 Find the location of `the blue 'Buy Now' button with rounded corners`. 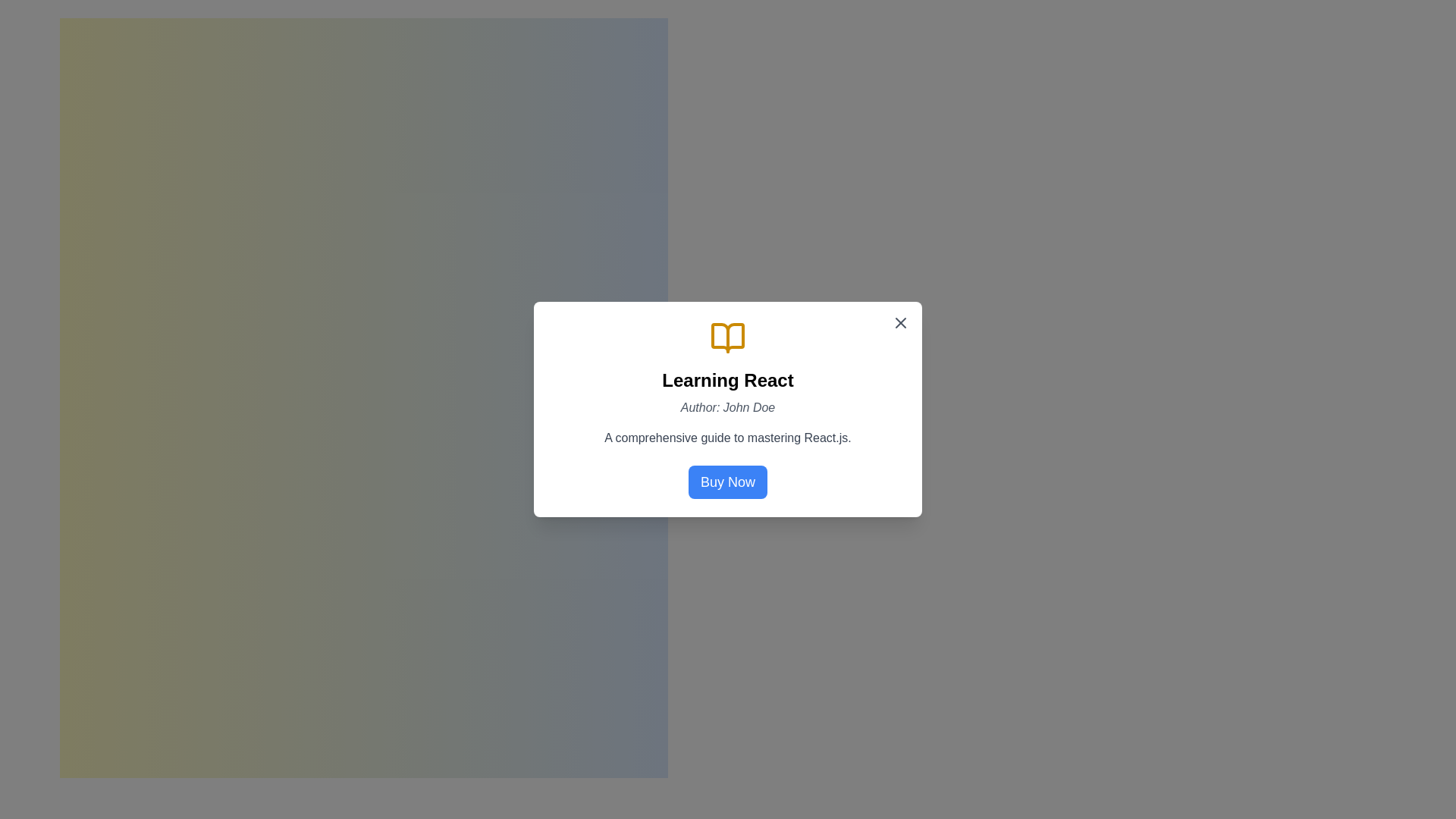

the blue 'Buy Now' button with rounded corners is located at coordinates (728, 482).